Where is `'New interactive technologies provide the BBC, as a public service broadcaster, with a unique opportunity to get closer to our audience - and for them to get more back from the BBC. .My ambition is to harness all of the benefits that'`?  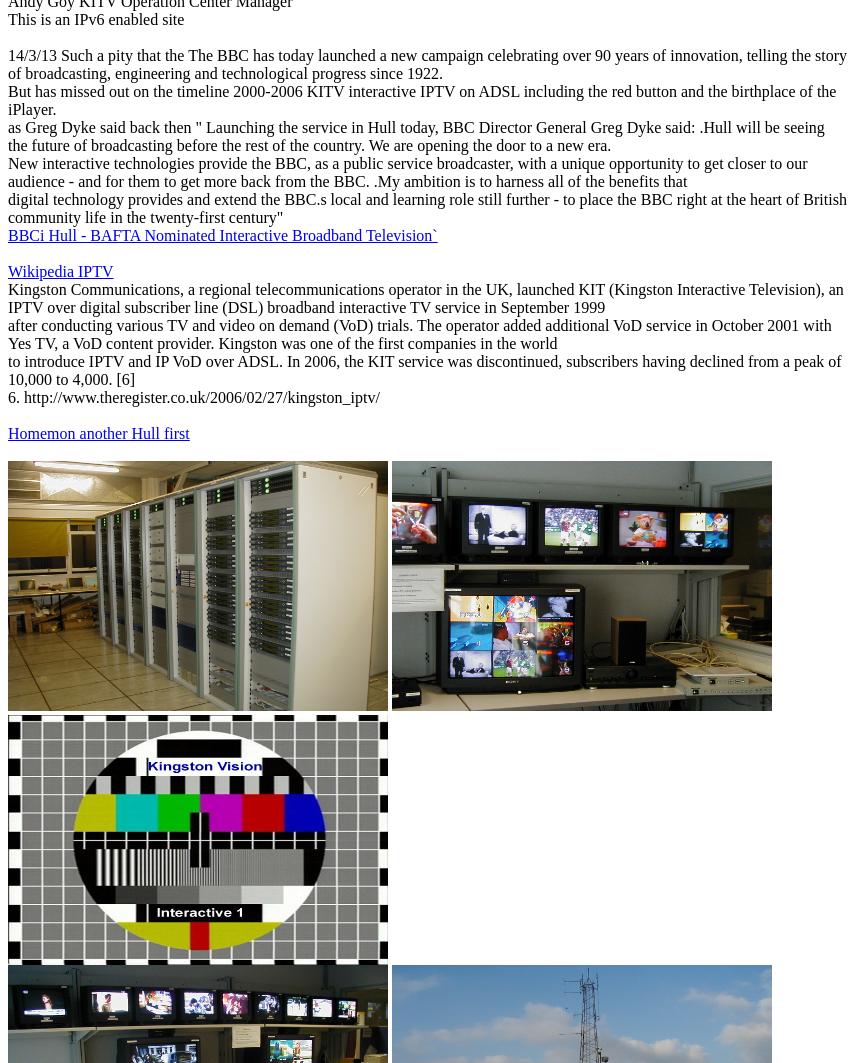 'New interactive technologies provide the BBC, as a public service broadcaster, with a unique opportunity to get closer to our audience - and for them to get more back from the BBC. .My ambition is to harness all of the benefits that' is located at coordinates (406, 171).